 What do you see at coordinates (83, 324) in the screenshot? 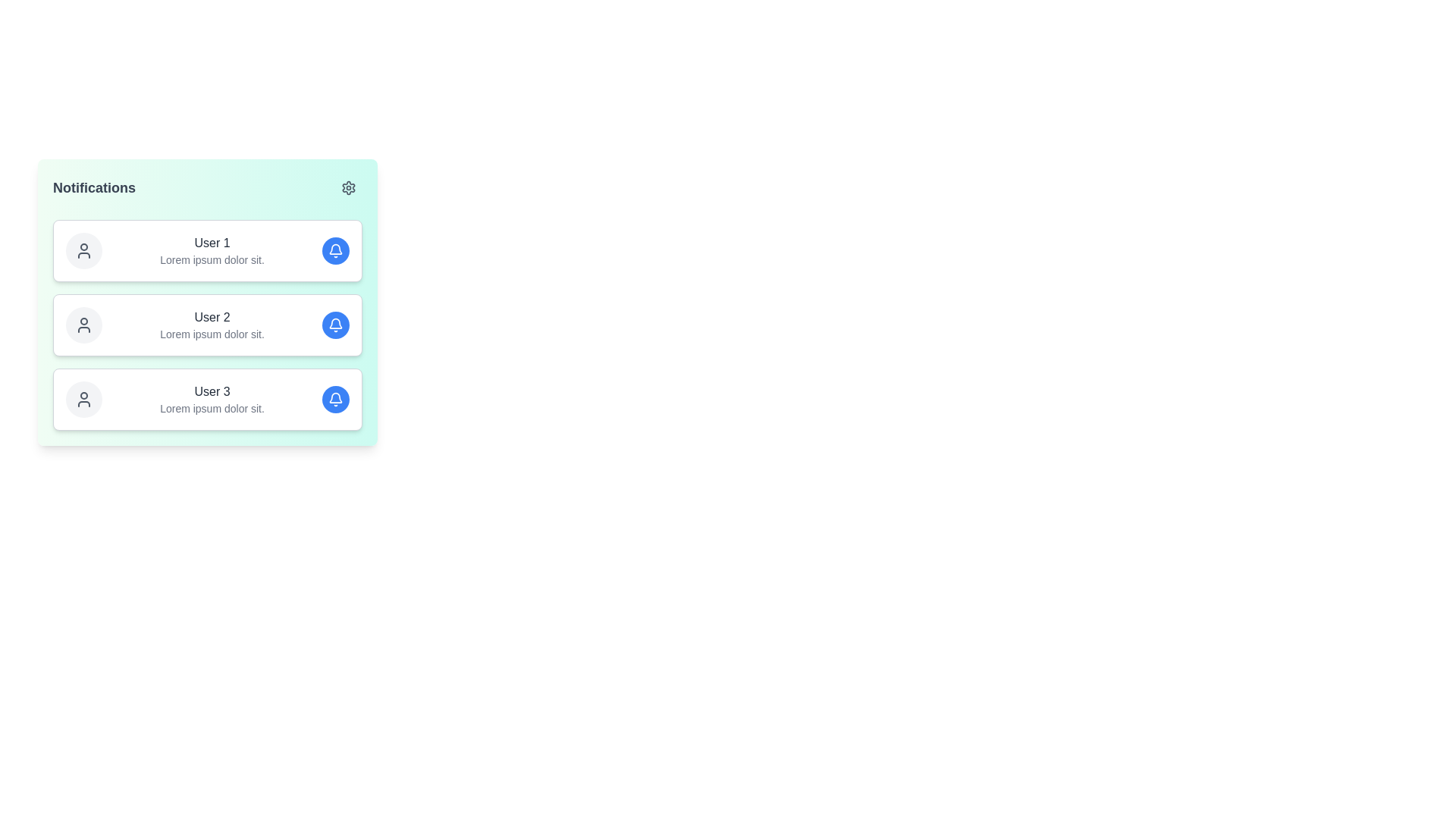
I see `the user icon located at the top-left corner of the second notification card, which is inside a gray circular background, for further interactions if supported` at bounding box center [83, 324].